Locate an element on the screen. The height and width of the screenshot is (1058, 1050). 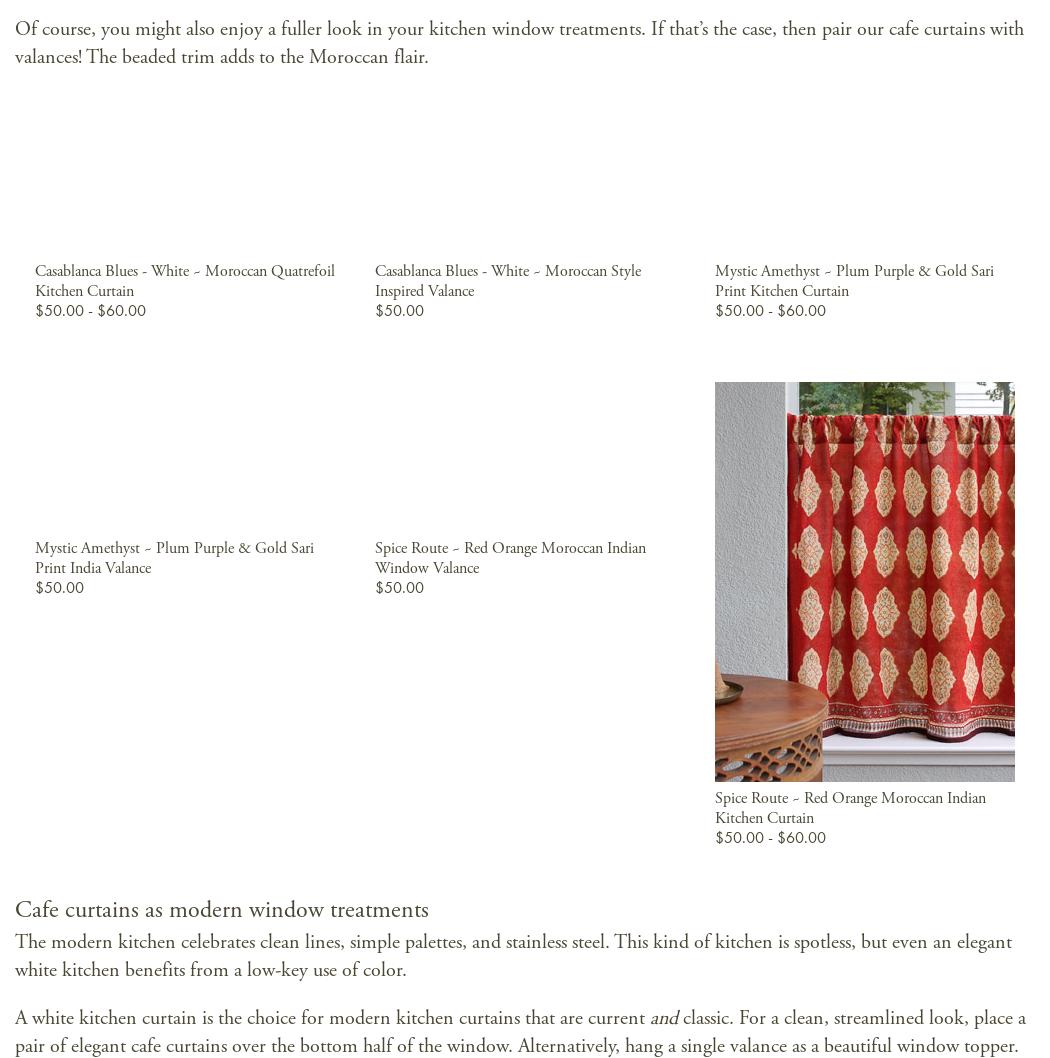
'Casablanca Blues - White ~ Moroccan Style Inspired Valance' is located at coordinates (506, 279).